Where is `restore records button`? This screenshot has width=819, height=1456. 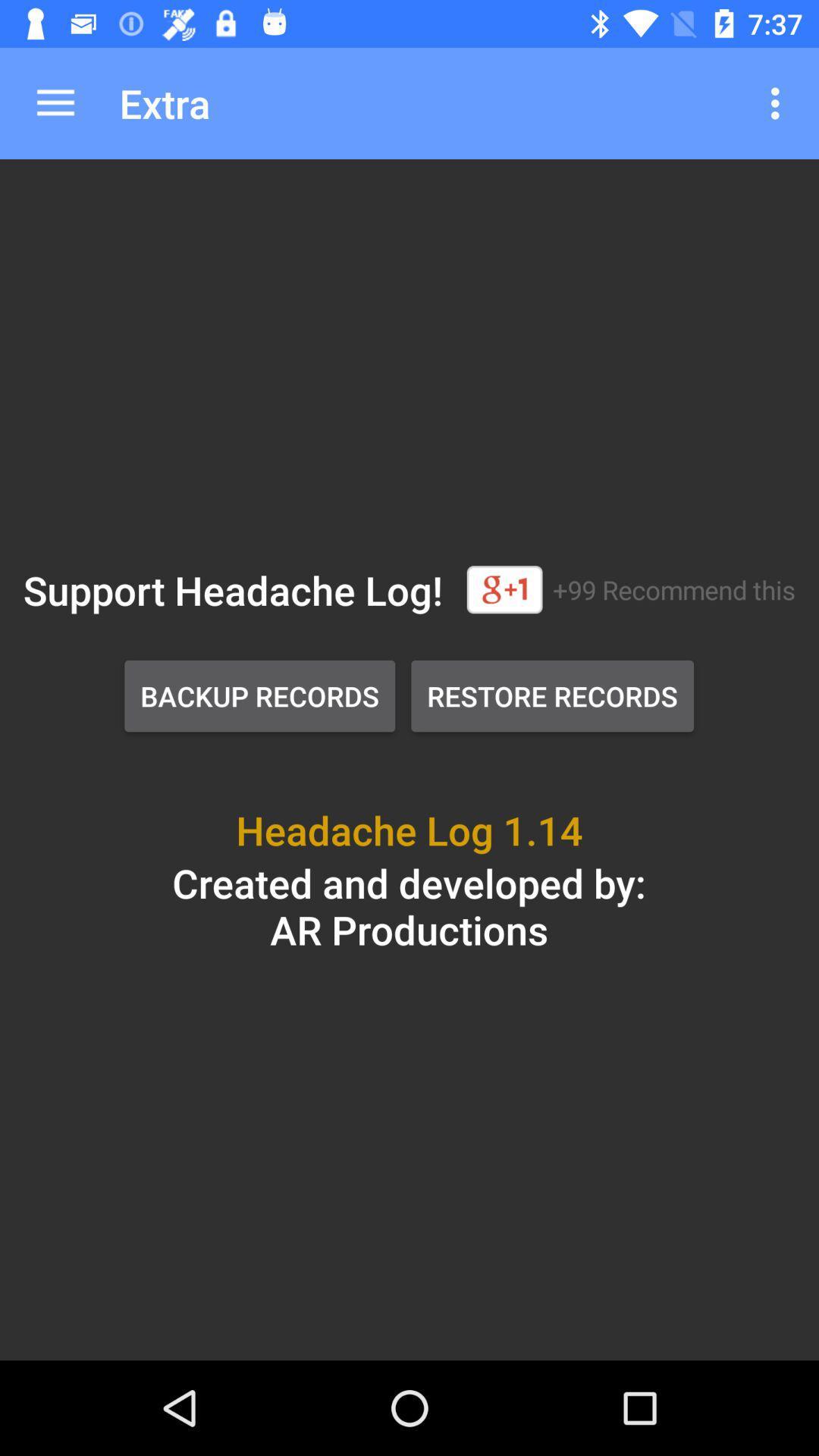
restore records button is located at coordinates (552, 695).